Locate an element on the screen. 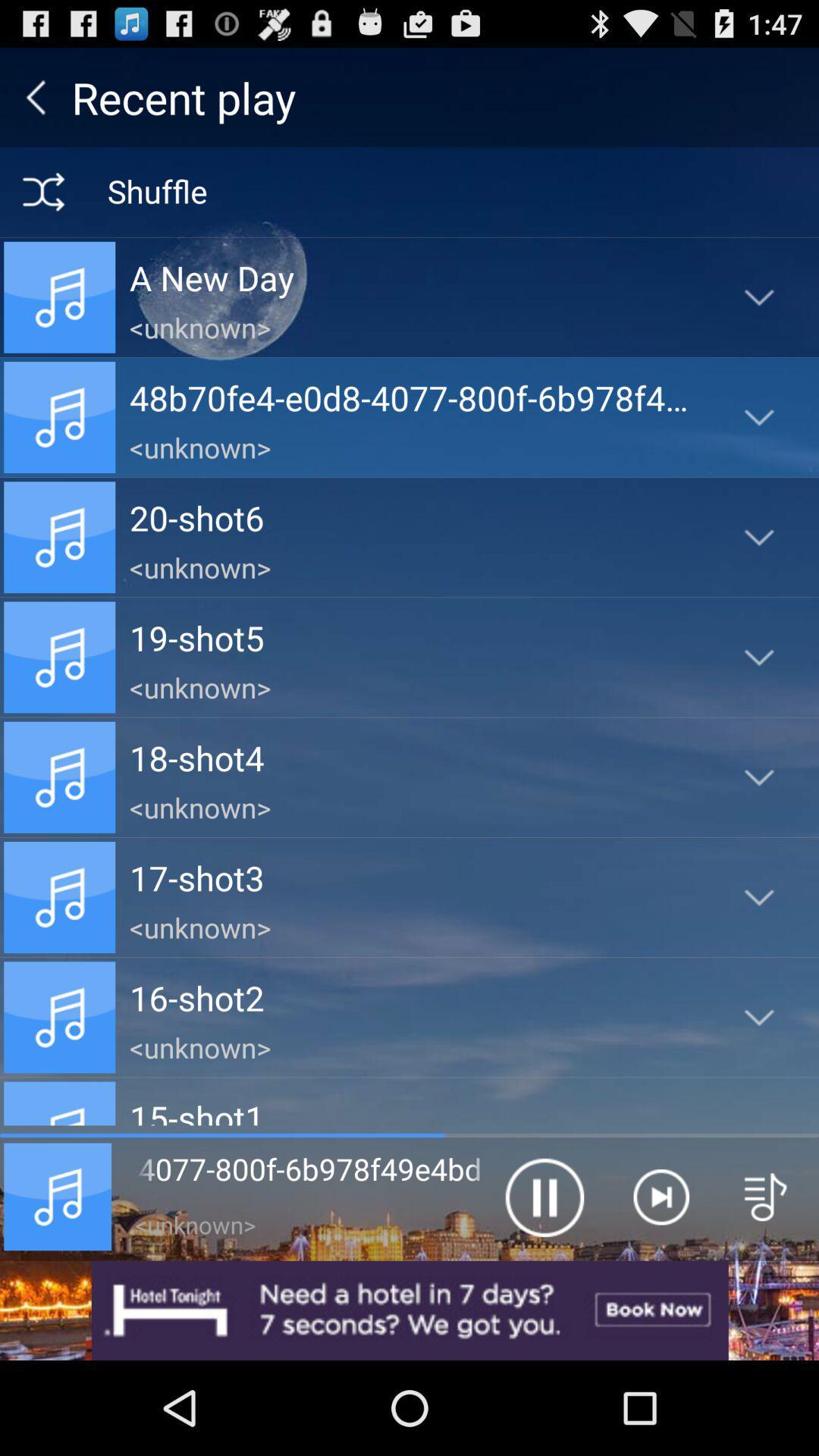 Image resolution: width=819 pixels, height=1456 pixels. the pause icon is located at coordinates (543, 1280).